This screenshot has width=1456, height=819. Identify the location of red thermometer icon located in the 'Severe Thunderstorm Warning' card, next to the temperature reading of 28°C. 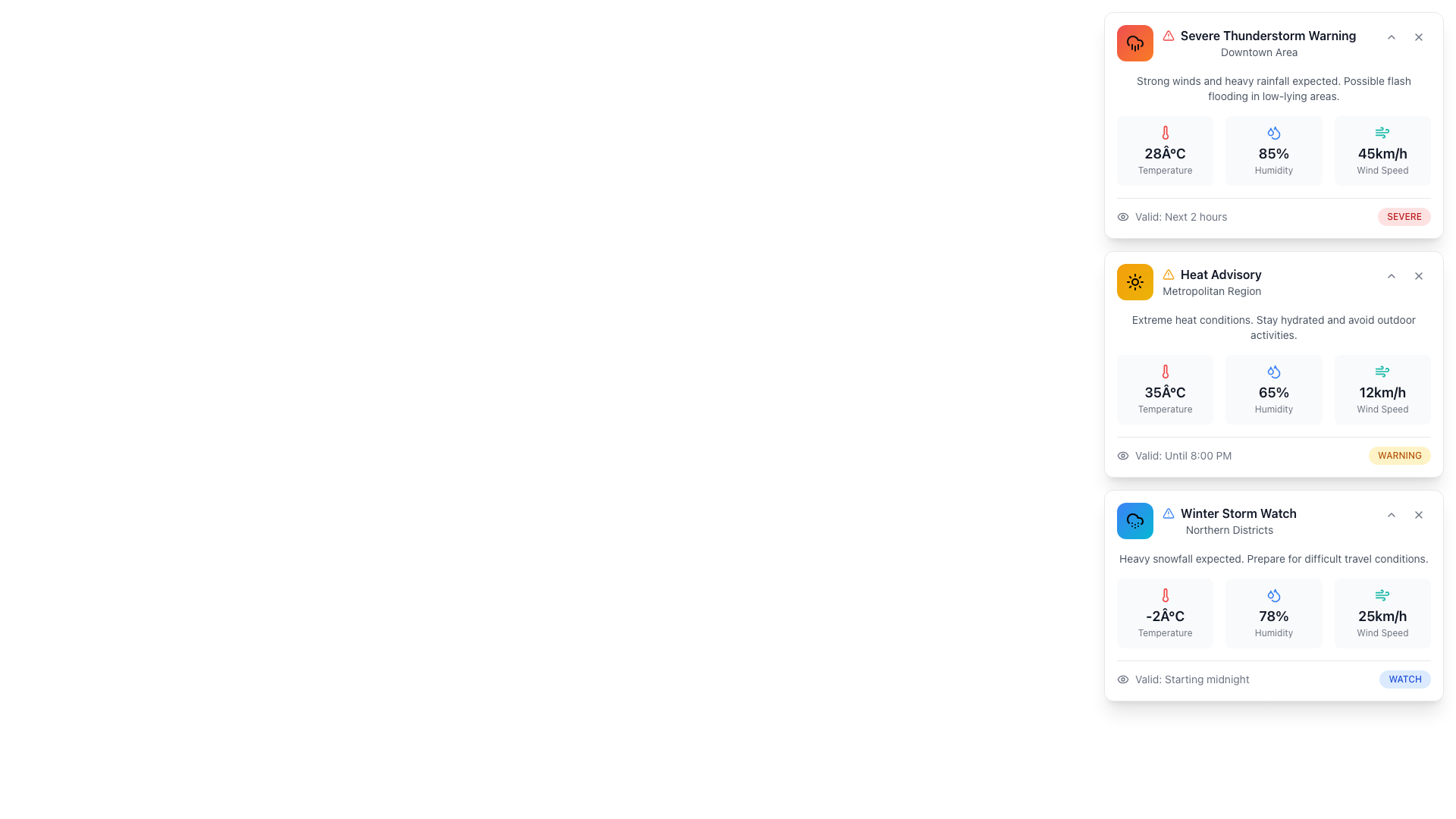
(1164, 131).